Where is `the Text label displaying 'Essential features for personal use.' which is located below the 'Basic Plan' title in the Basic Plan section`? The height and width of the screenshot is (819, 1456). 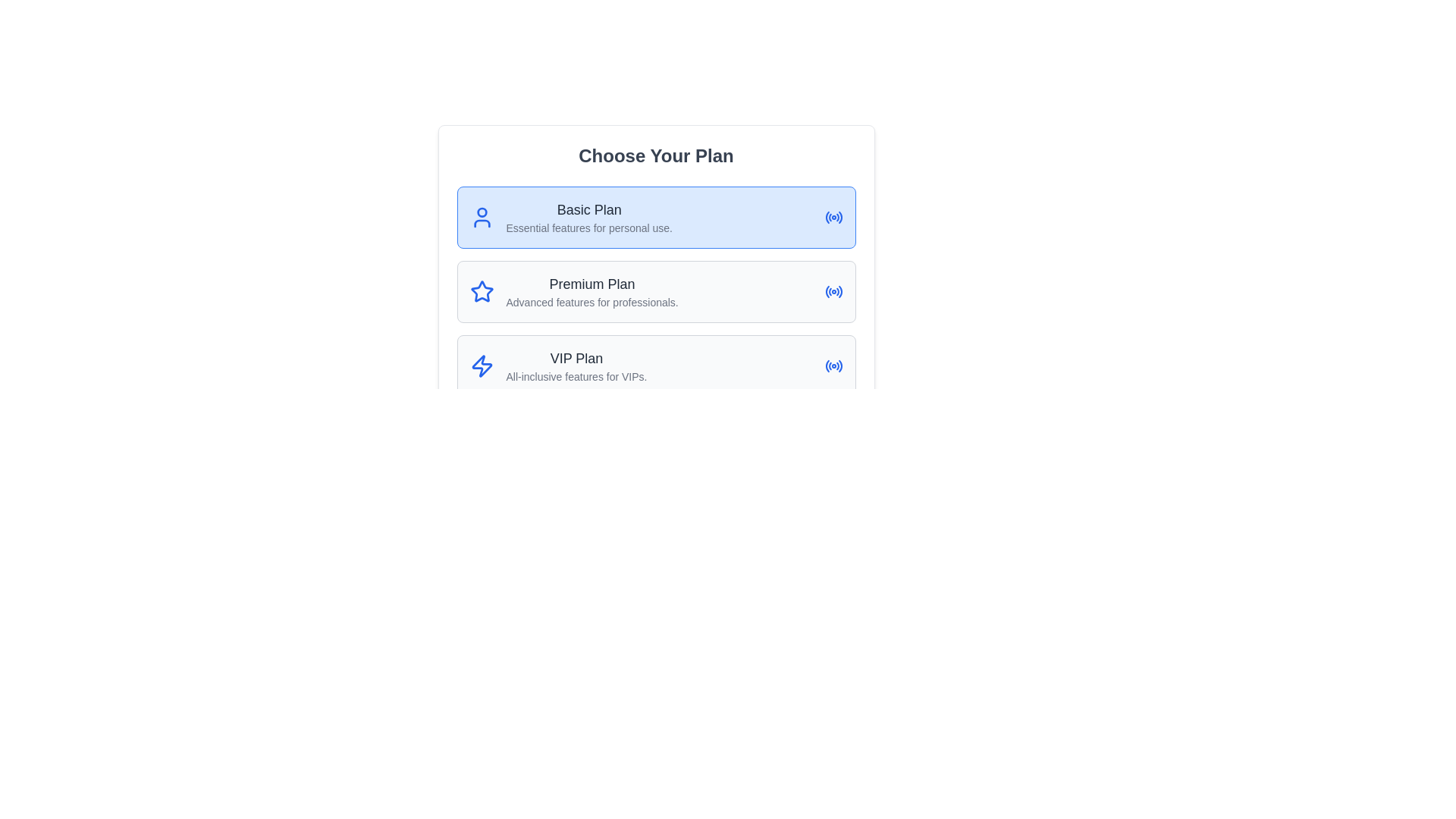 the Text label displaying 'Essential features for personal use.' which is located below the 'Basic Plan' title in the Basic Plan section is located at coordinates (588, 227).